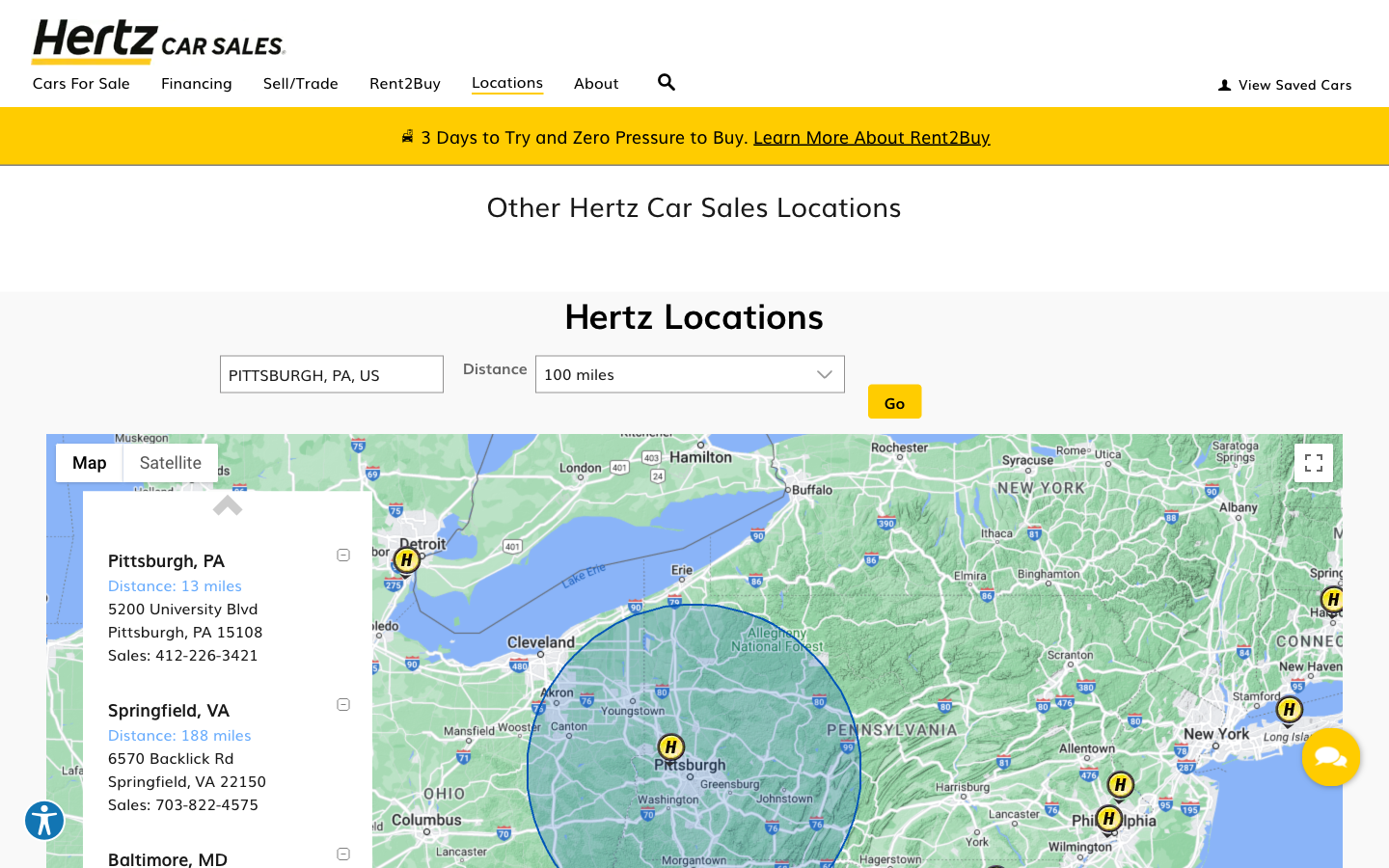 This screenshot has width=1389, height=868. Describe the element at coordinates (167, 708) in the screenshot. I see `See more detail in Springfield, VA` at that location.